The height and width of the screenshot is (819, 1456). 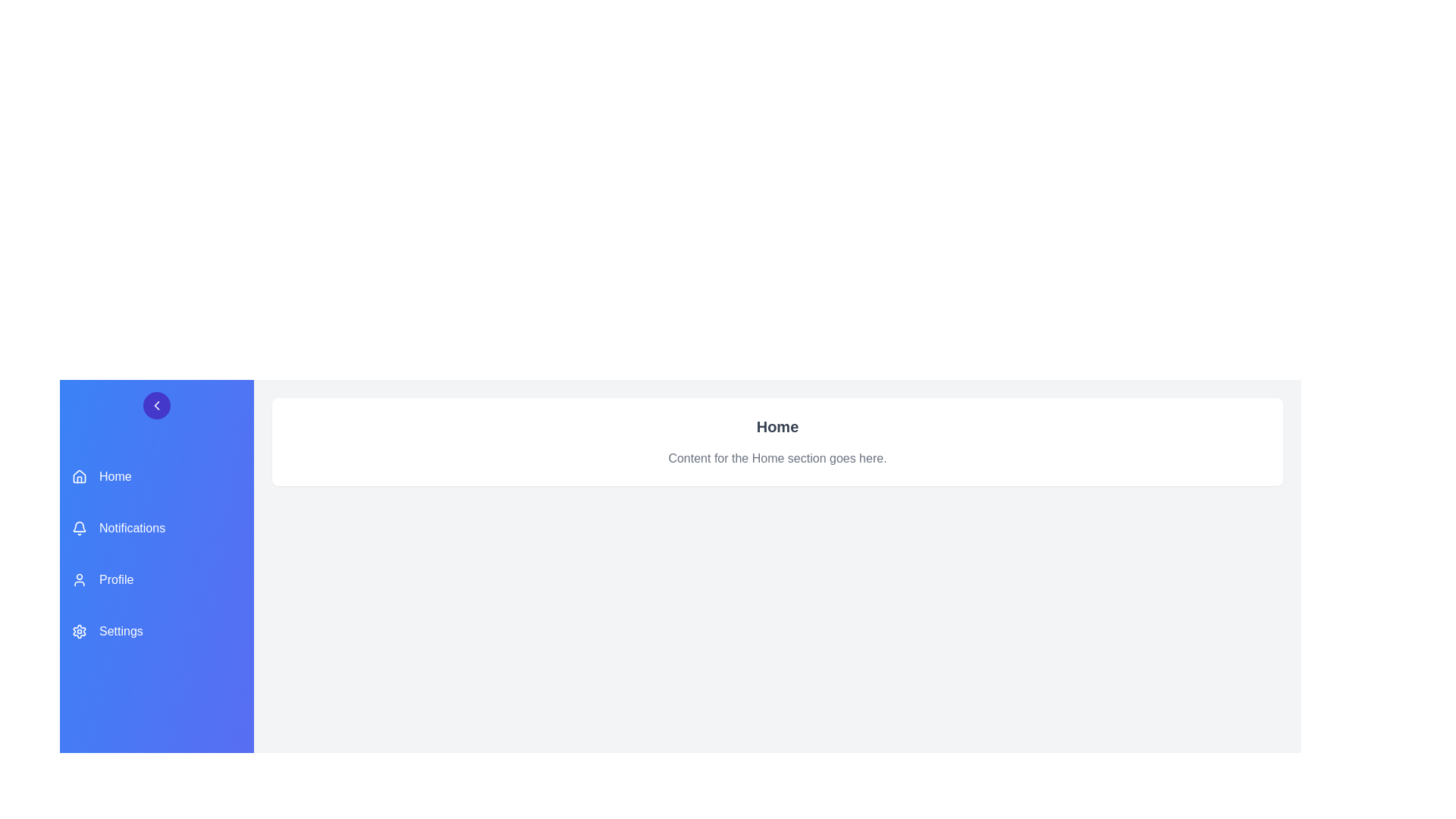 I want to click on the gear icon in the sidebar menu, which is adjacent to the 'Settings' text label, so click(x=79, y=632).